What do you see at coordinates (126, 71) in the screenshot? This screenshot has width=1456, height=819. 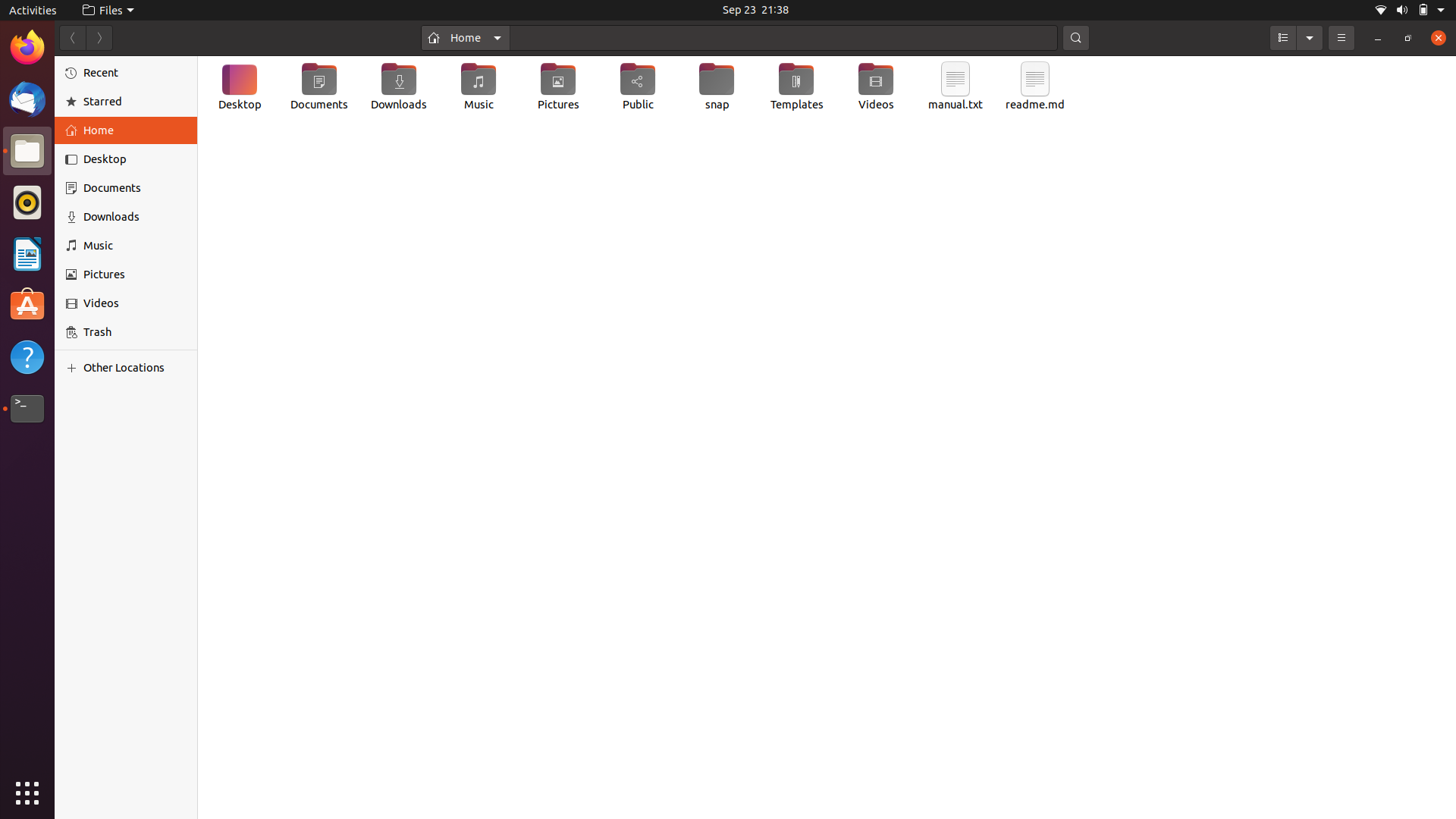 I see `Navigate and select the "Recents" section` at bounding box center [126, 71].